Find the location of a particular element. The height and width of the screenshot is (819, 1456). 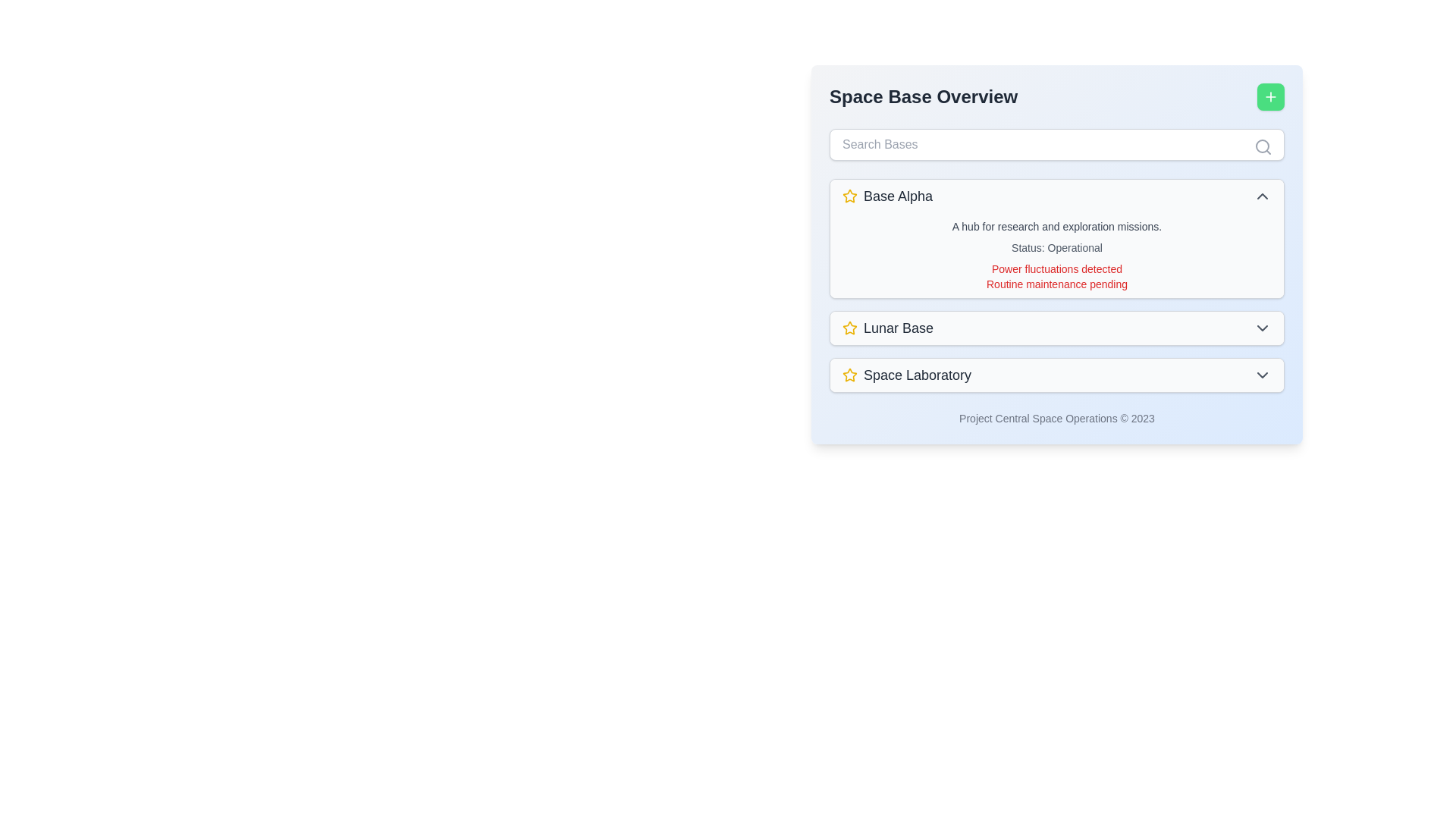

the clickable list item representing 'Space Laboratory' is located at coordinates (906, 375).